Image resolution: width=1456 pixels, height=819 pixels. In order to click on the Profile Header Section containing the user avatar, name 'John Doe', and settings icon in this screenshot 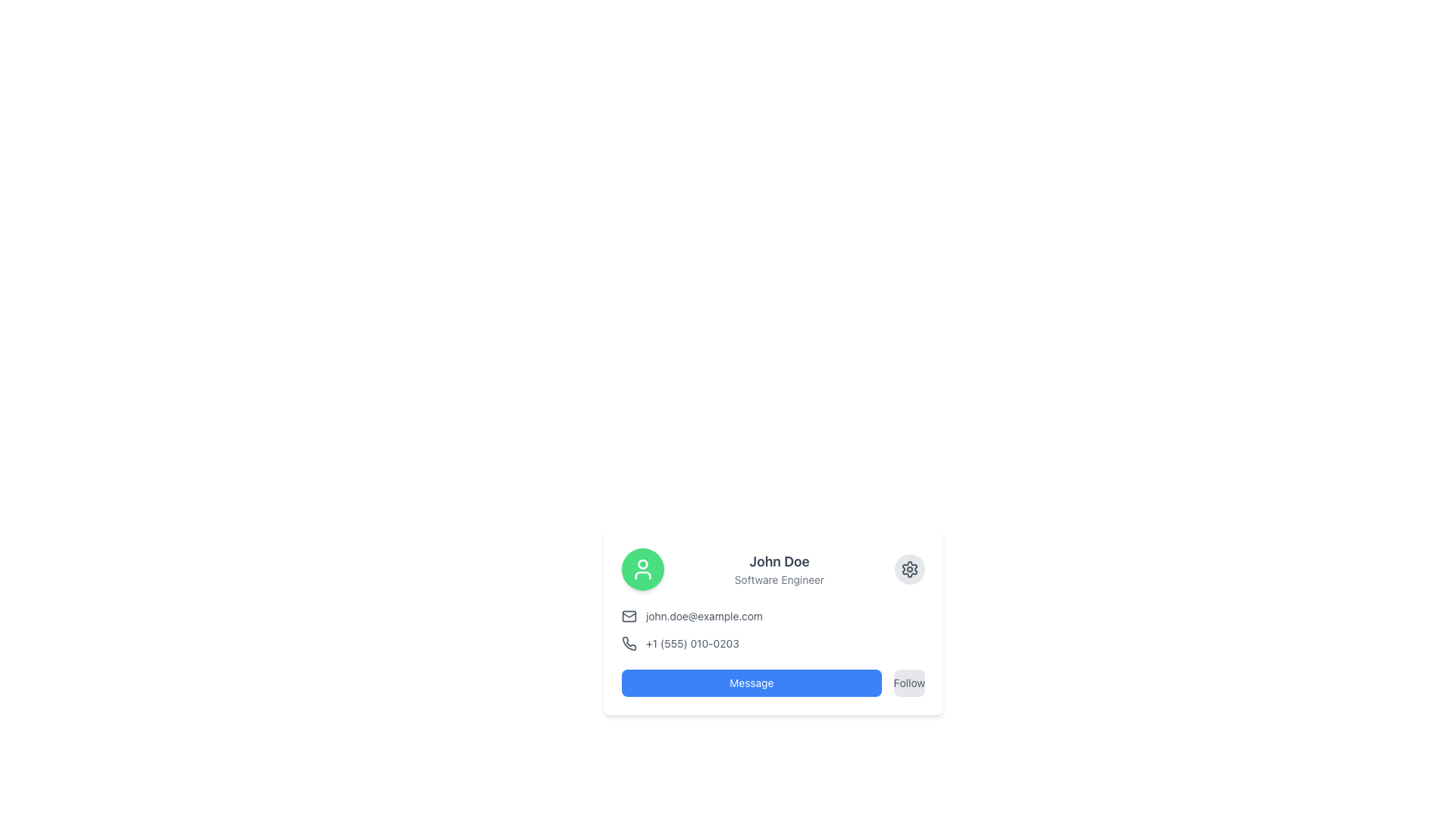, I will do `click(773, 570)`.